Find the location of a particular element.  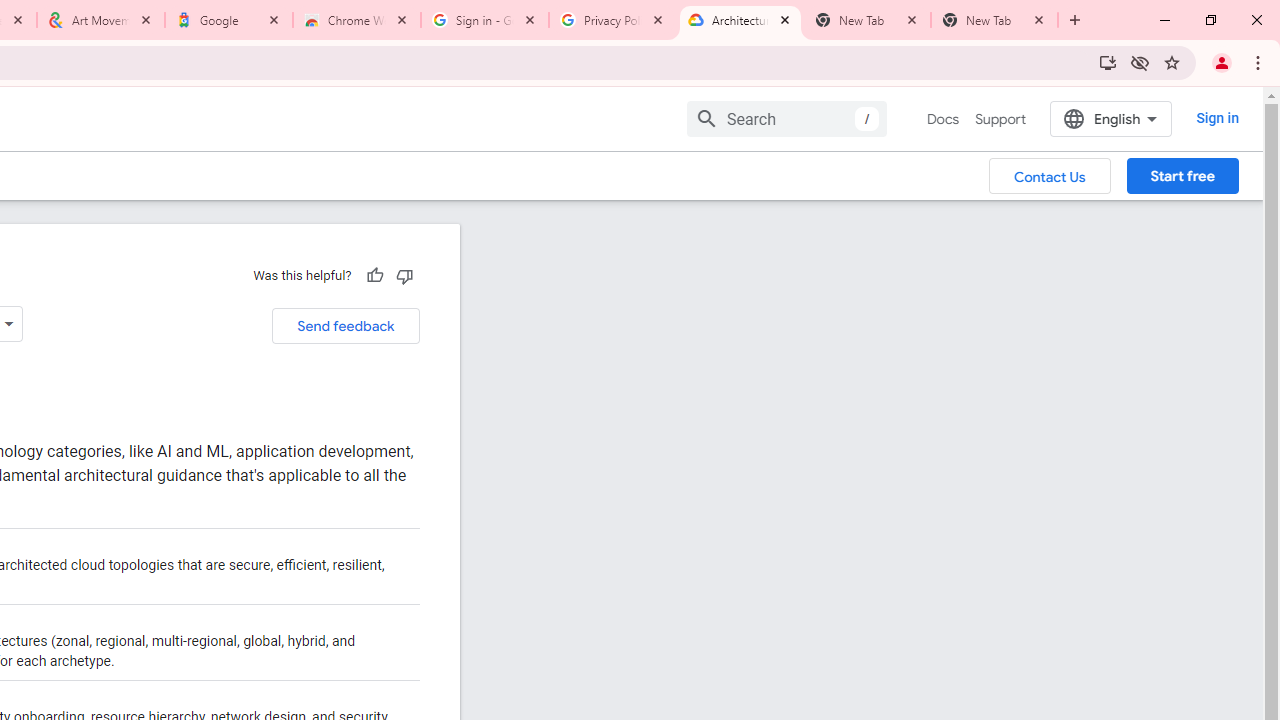

'Docs, selected' is located at coordinates (941, 119).